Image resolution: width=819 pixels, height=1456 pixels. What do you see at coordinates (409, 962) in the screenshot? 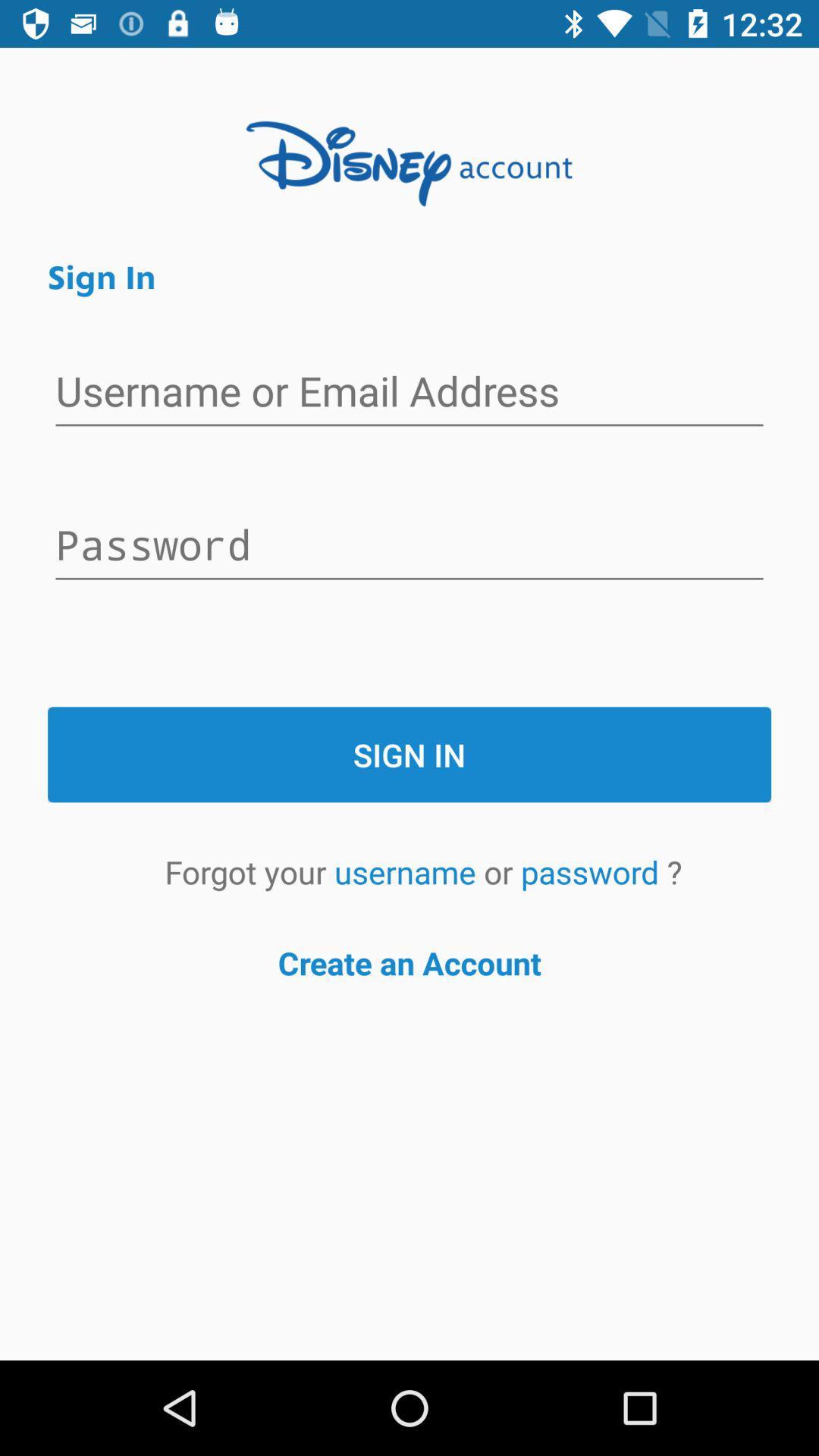
I see `icon below forgot your` at bounding box center [409, 962].